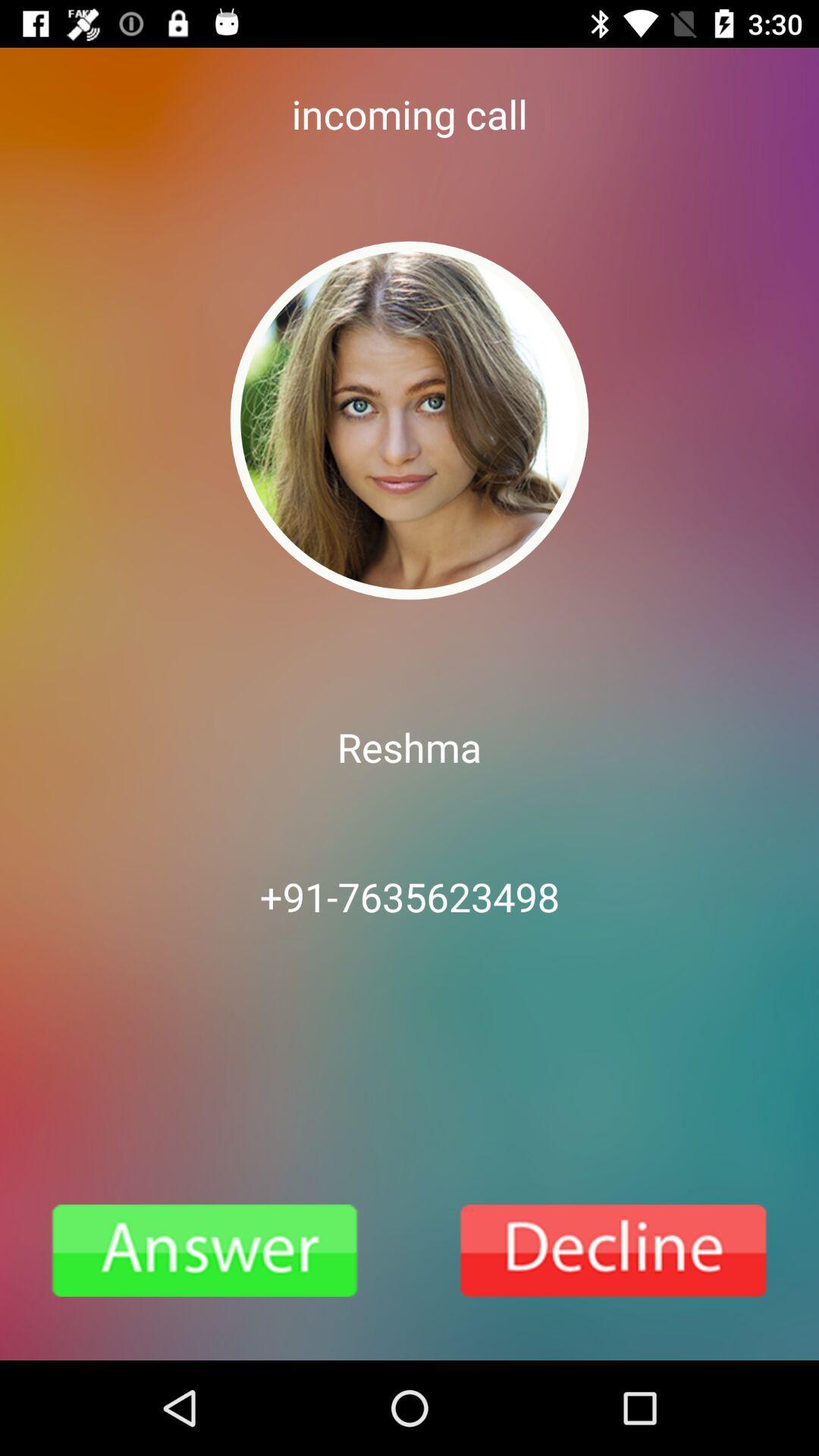  Describe the element at coordinates (614, 1250) in the screenshot. I see `decline` at that location.